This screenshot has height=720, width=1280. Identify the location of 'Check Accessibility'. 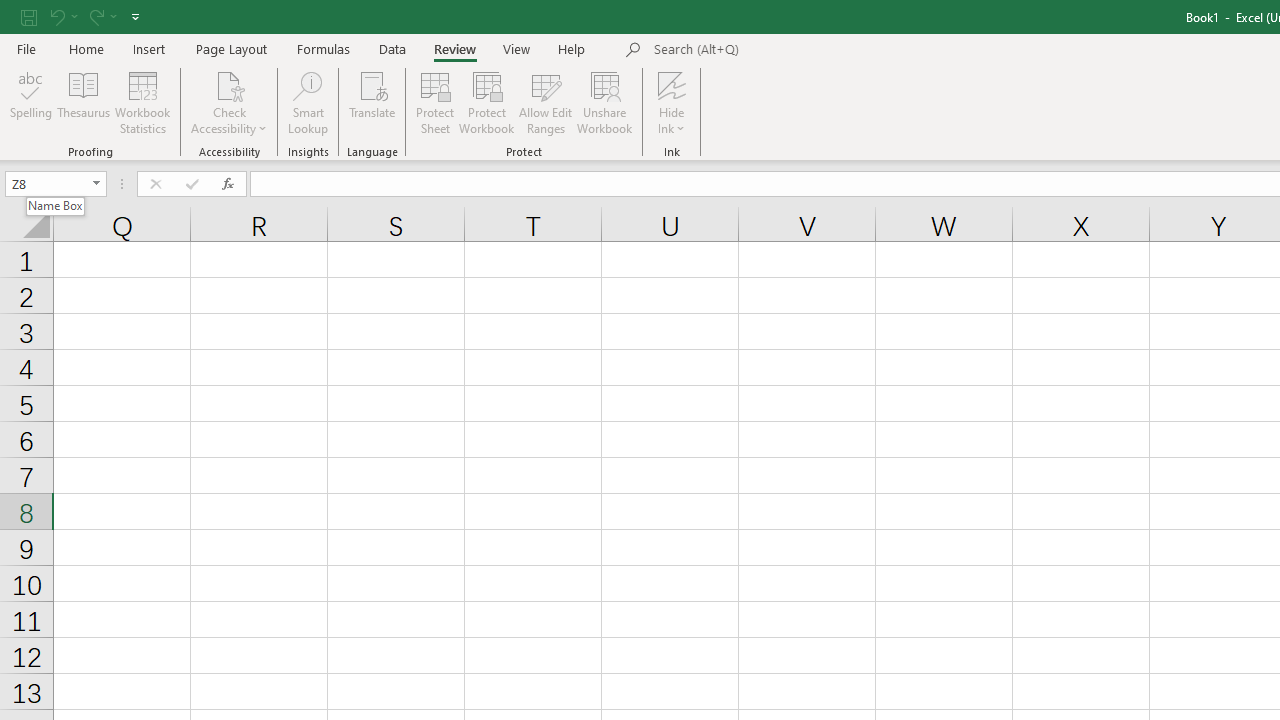
(229, 84).